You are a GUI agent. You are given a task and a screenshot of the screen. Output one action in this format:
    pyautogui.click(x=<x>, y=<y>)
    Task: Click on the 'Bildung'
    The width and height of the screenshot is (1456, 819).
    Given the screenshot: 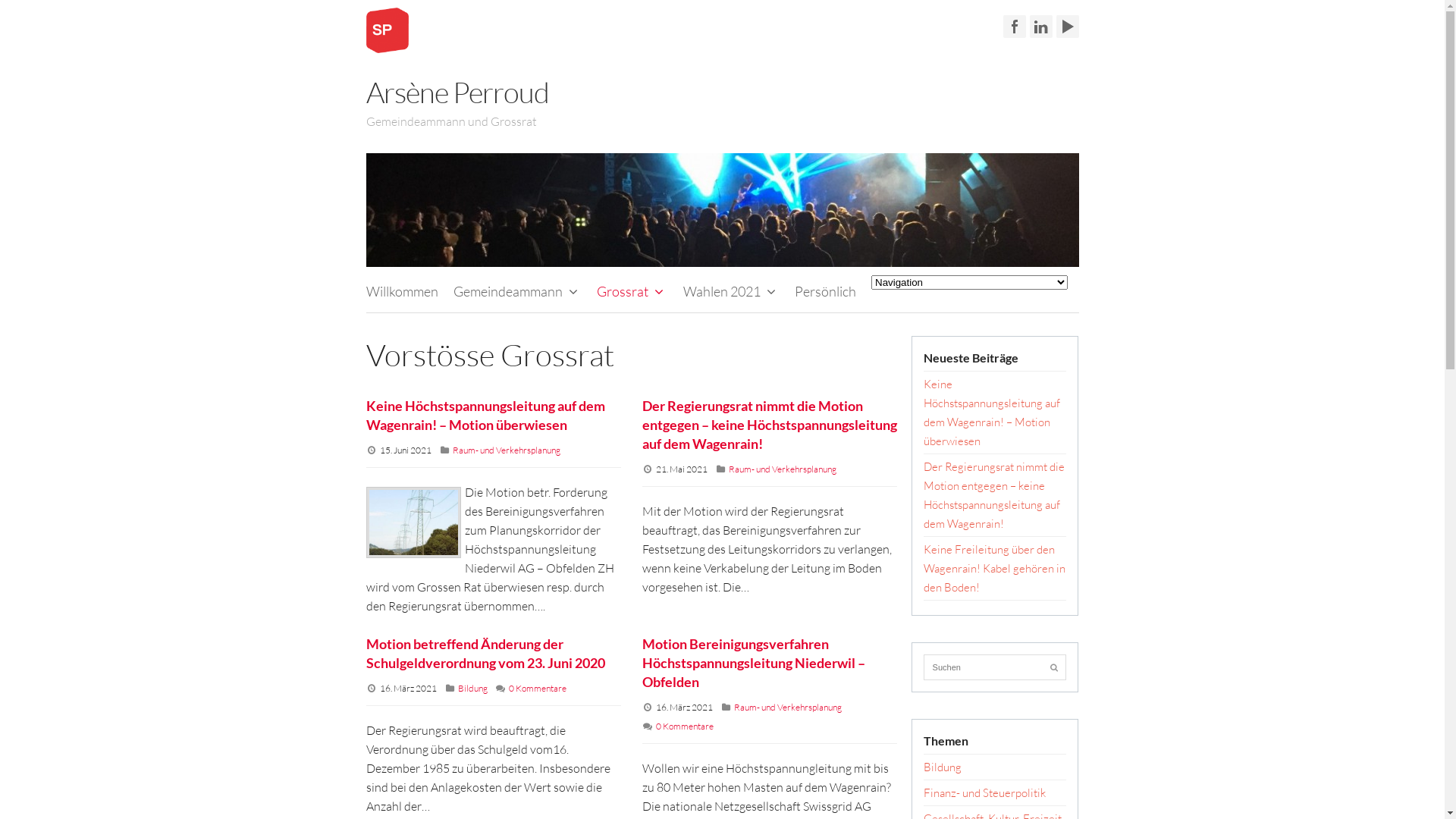 What is the action you would take?
    pyautogui.click(x=942, y=767)
    